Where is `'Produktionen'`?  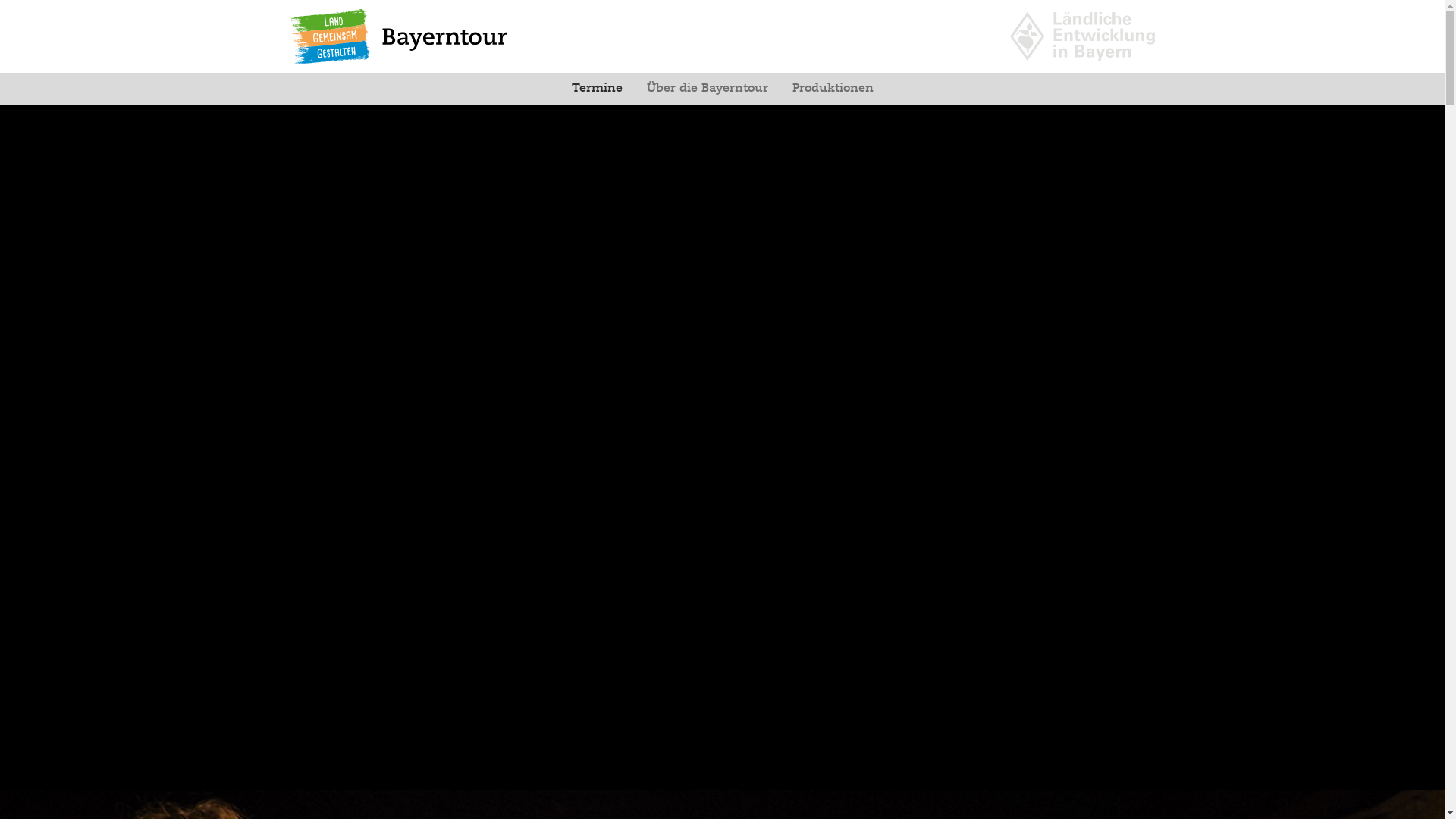
'Produktionen' is located at coordinates (831, 88).